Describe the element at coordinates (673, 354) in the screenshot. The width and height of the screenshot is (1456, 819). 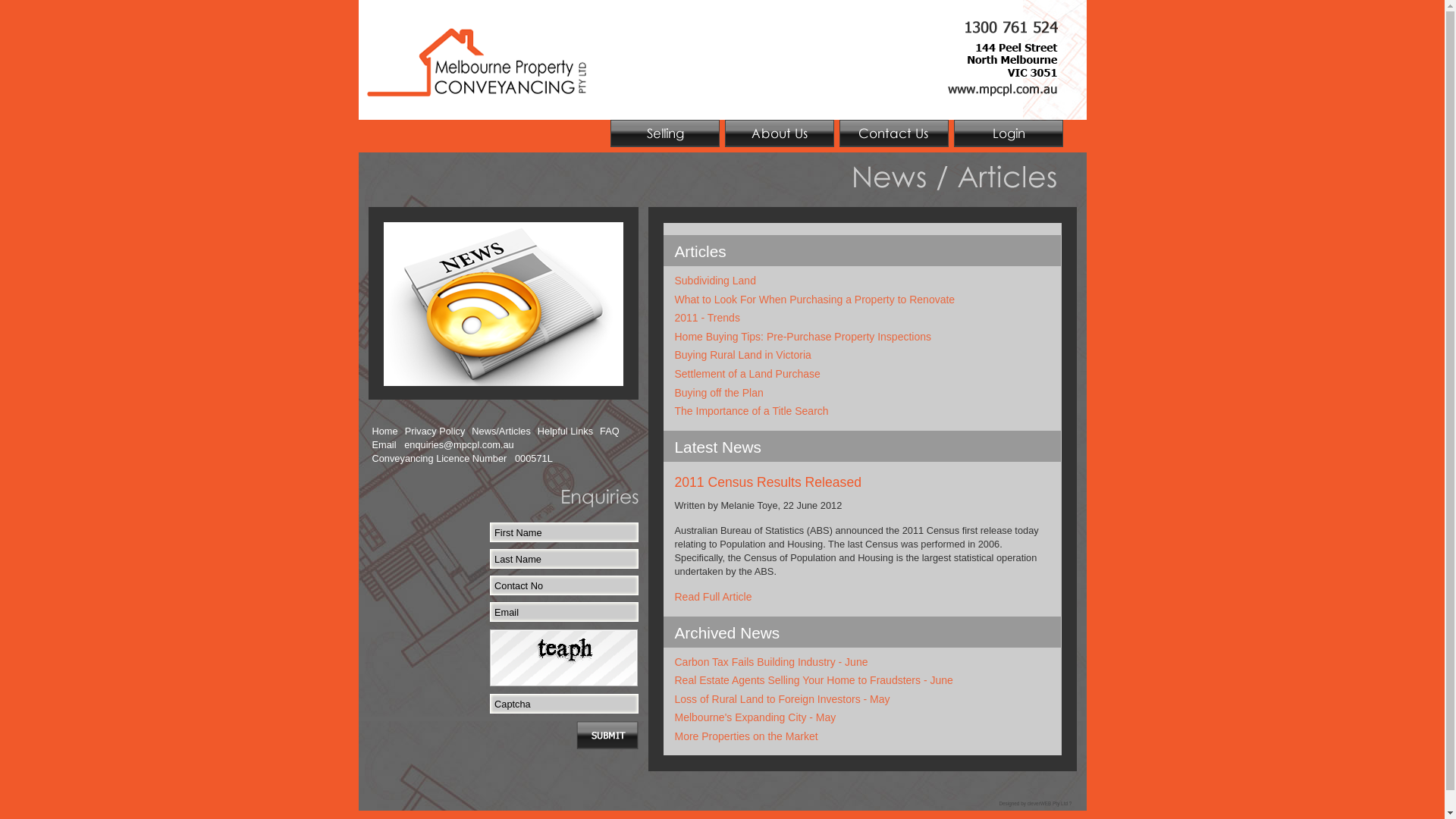
I see `'Buying Rural Land in Victoria'` at that location.